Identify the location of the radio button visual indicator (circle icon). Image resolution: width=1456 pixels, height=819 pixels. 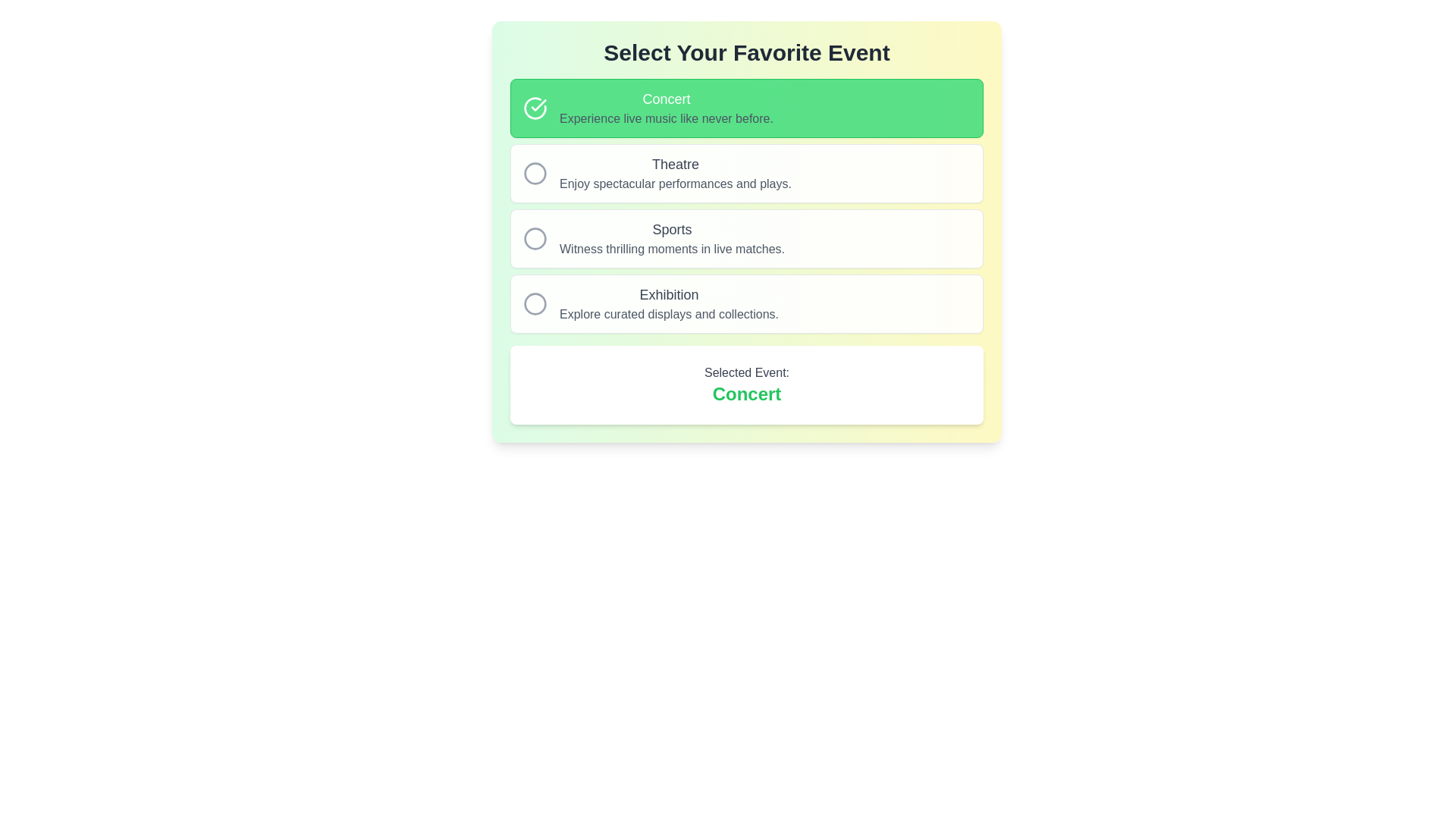
(535, 172).